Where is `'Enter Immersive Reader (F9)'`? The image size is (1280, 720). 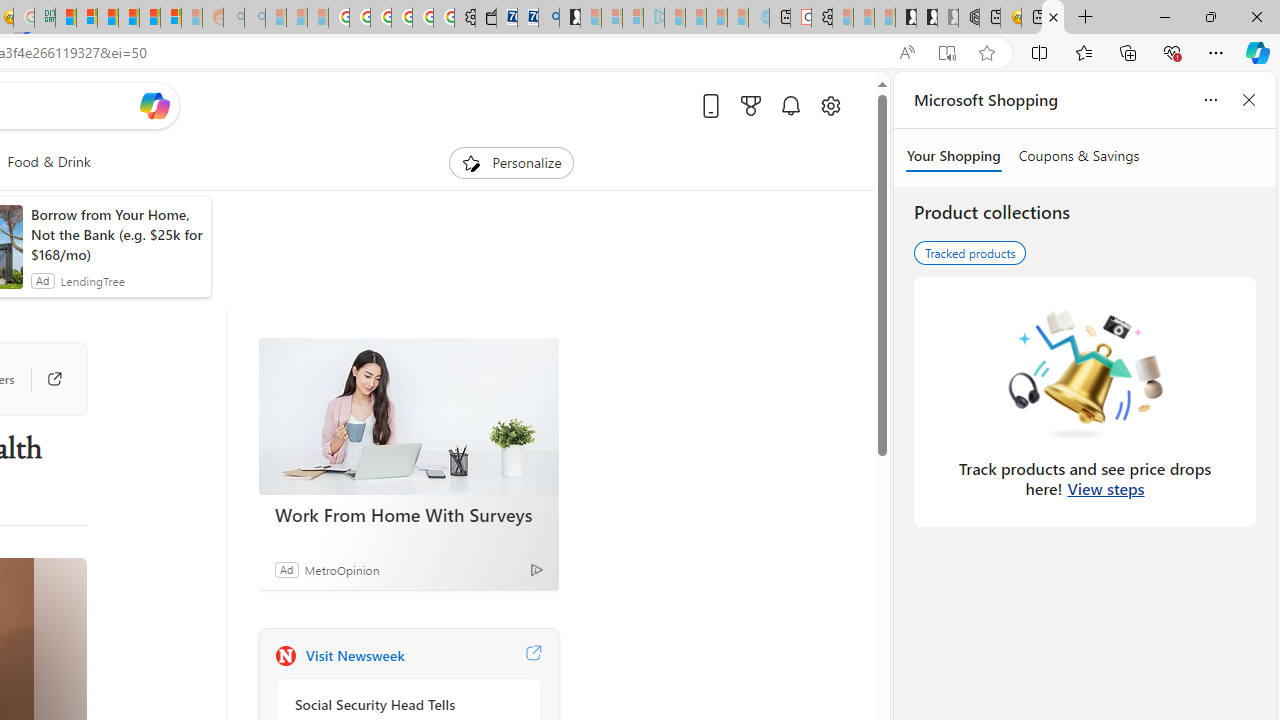
'Enter Immersive Reader (F9)' is located at coordinates (945, 52).